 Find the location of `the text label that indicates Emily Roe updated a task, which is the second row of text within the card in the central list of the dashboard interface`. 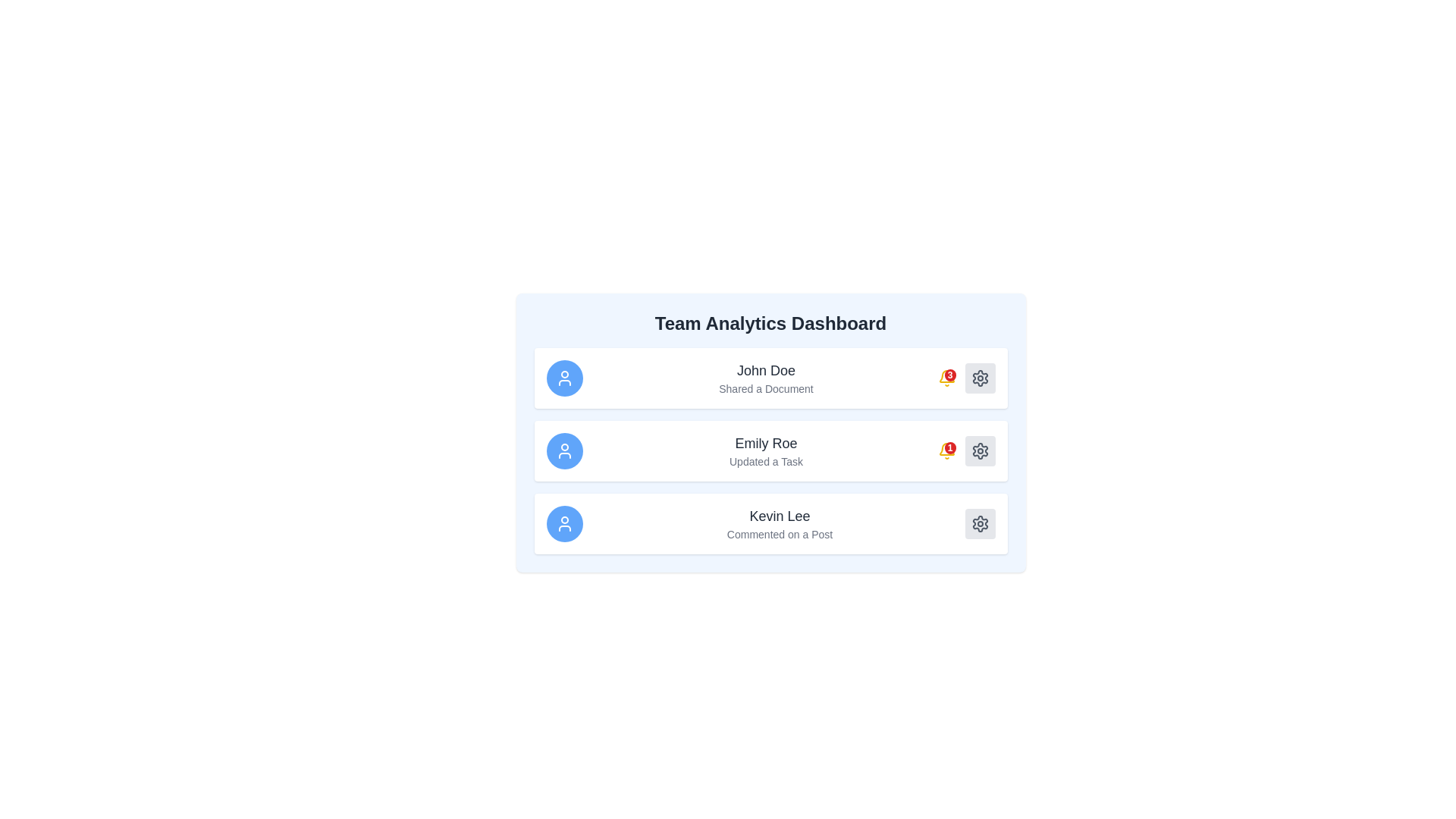

the text label that indicates Emily Roe updated a task, which is the second row of text within the card in the central list of the dashboard interface is located at coordinates (766, 461).